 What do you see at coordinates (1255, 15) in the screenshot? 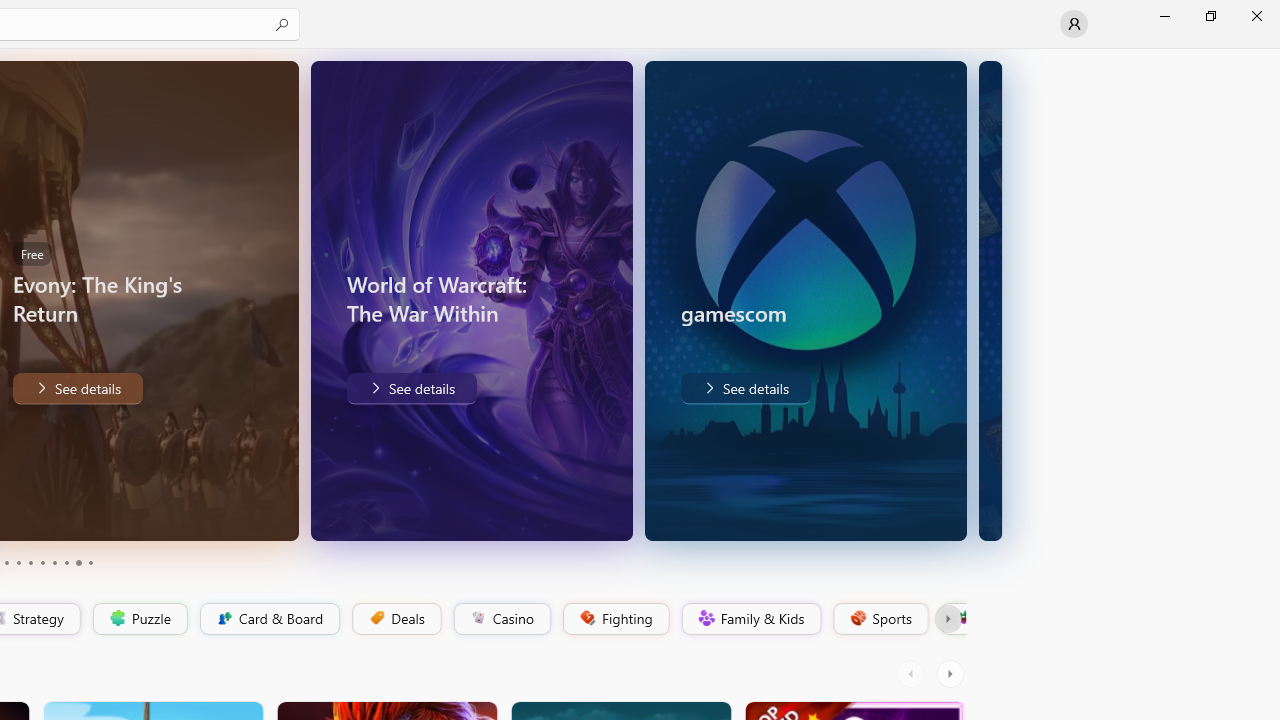
I see `'Close Microsoft Store'` at bounding box center [1255, 15].